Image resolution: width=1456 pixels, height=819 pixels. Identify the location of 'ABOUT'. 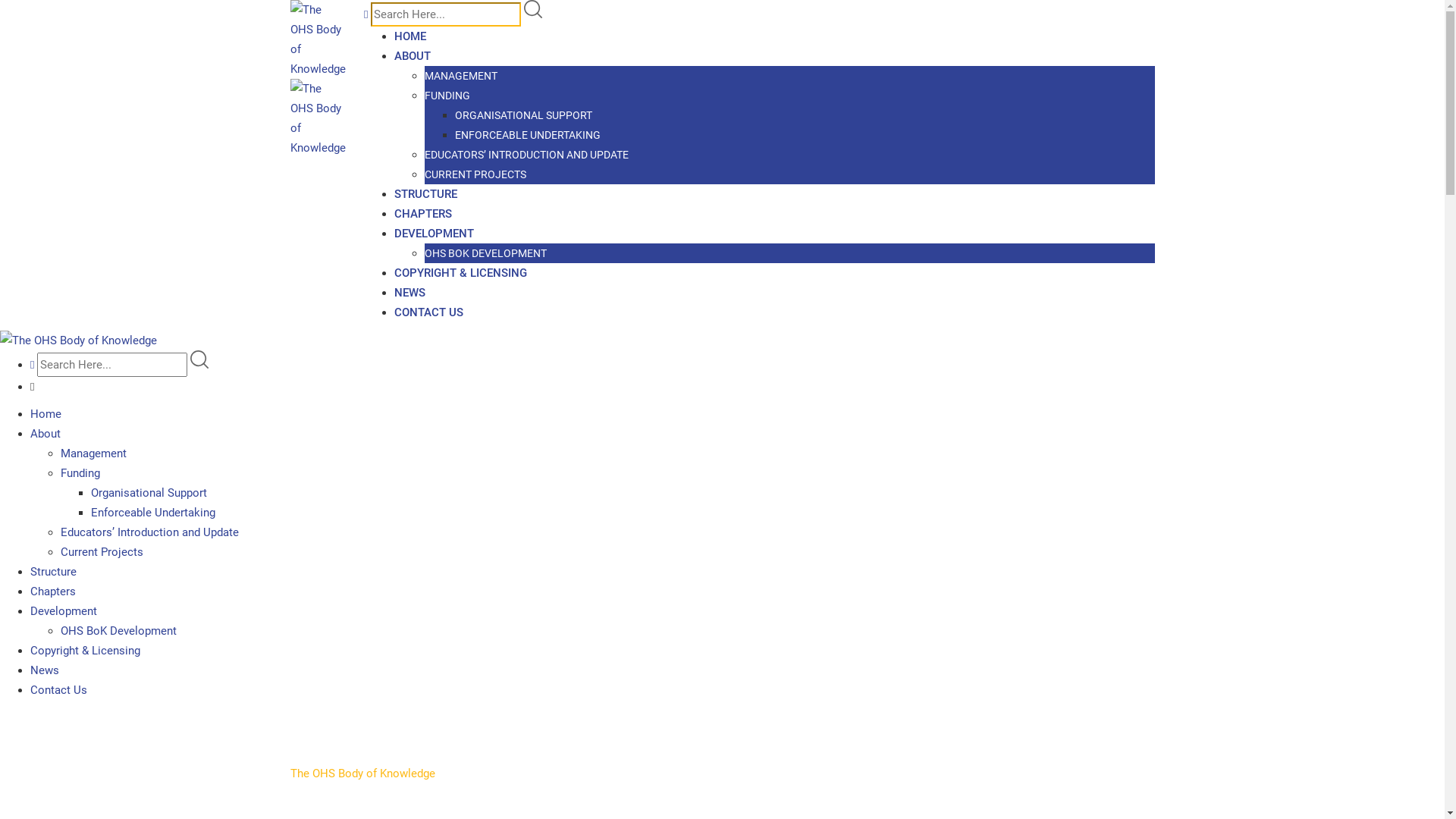
(412, 55).